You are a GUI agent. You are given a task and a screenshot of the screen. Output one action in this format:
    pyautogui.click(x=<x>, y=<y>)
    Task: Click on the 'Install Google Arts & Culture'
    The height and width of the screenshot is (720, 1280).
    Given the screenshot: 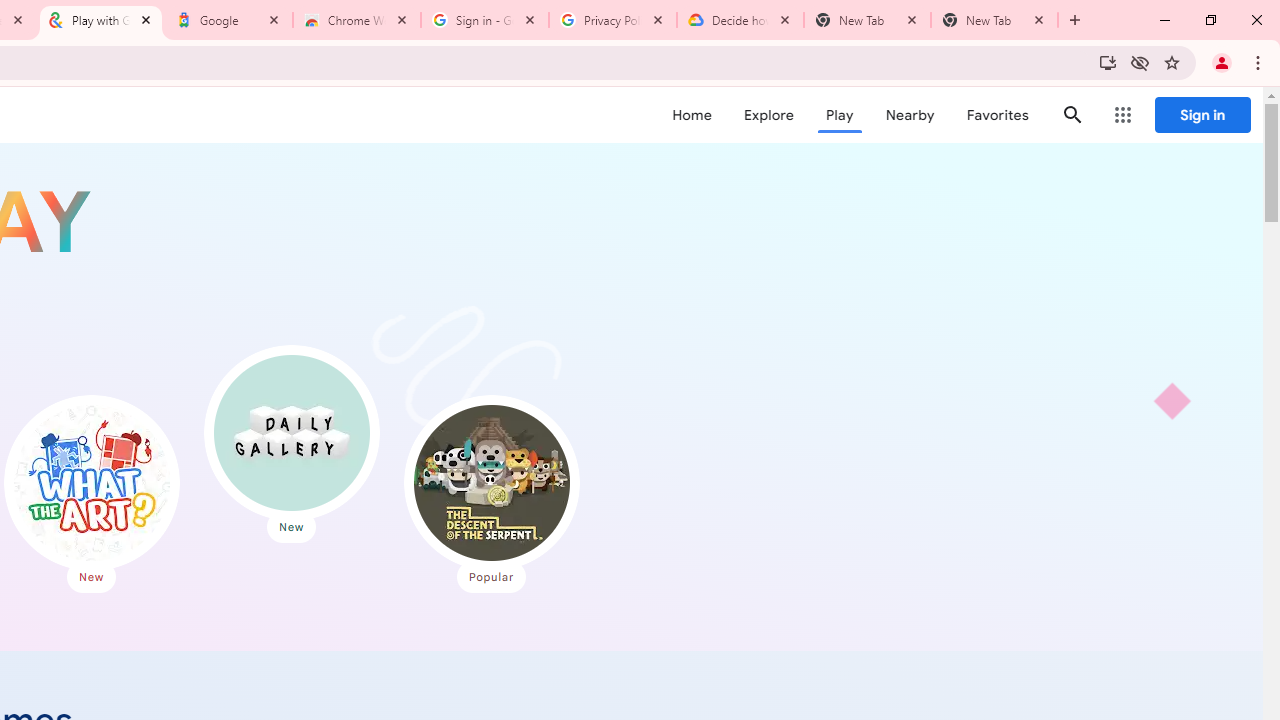 What is the action you would take?
    pyautogui.click(x=1106, y=61)
    